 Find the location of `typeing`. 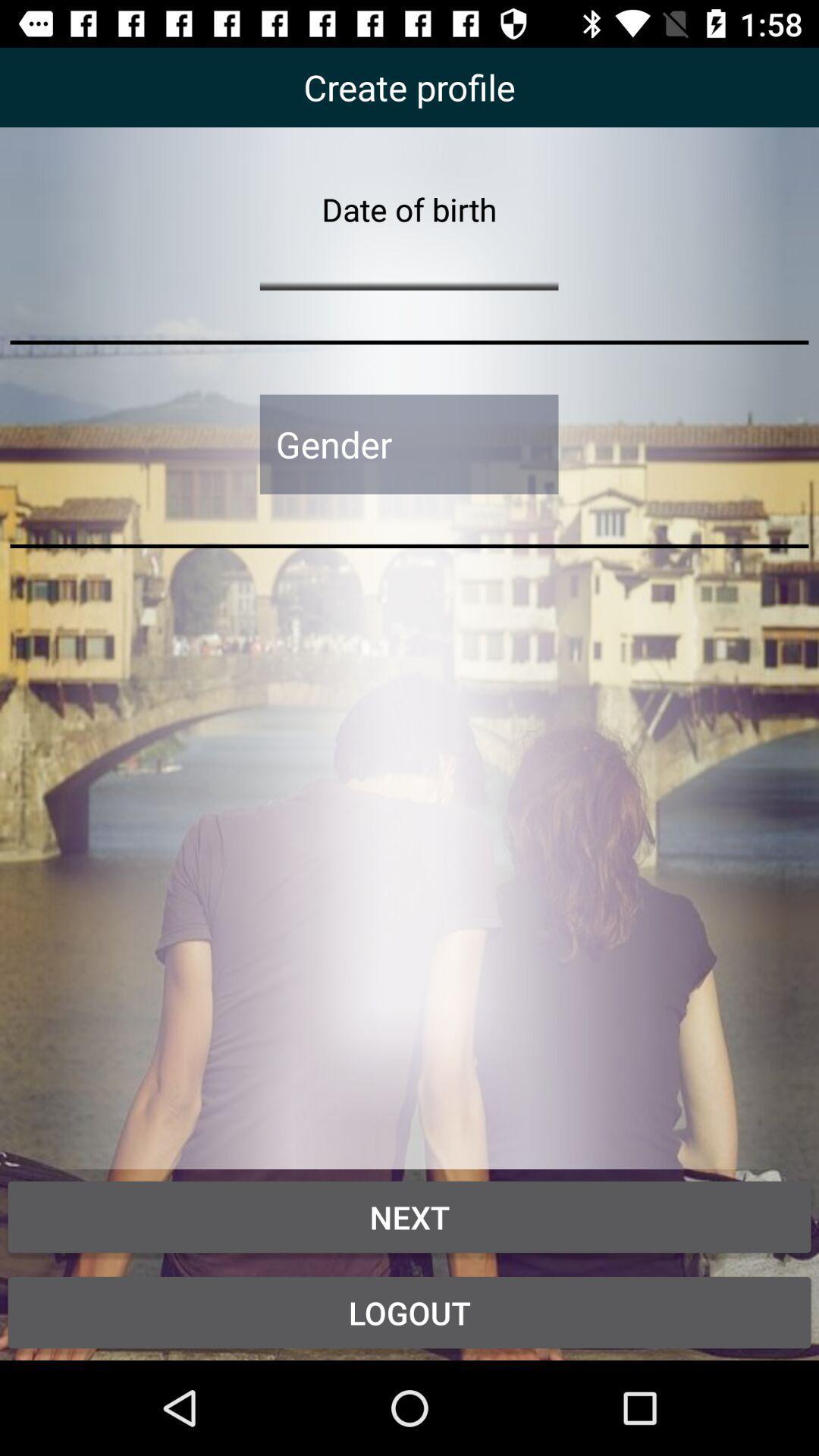

typeing is located at coordinates (408, 260).